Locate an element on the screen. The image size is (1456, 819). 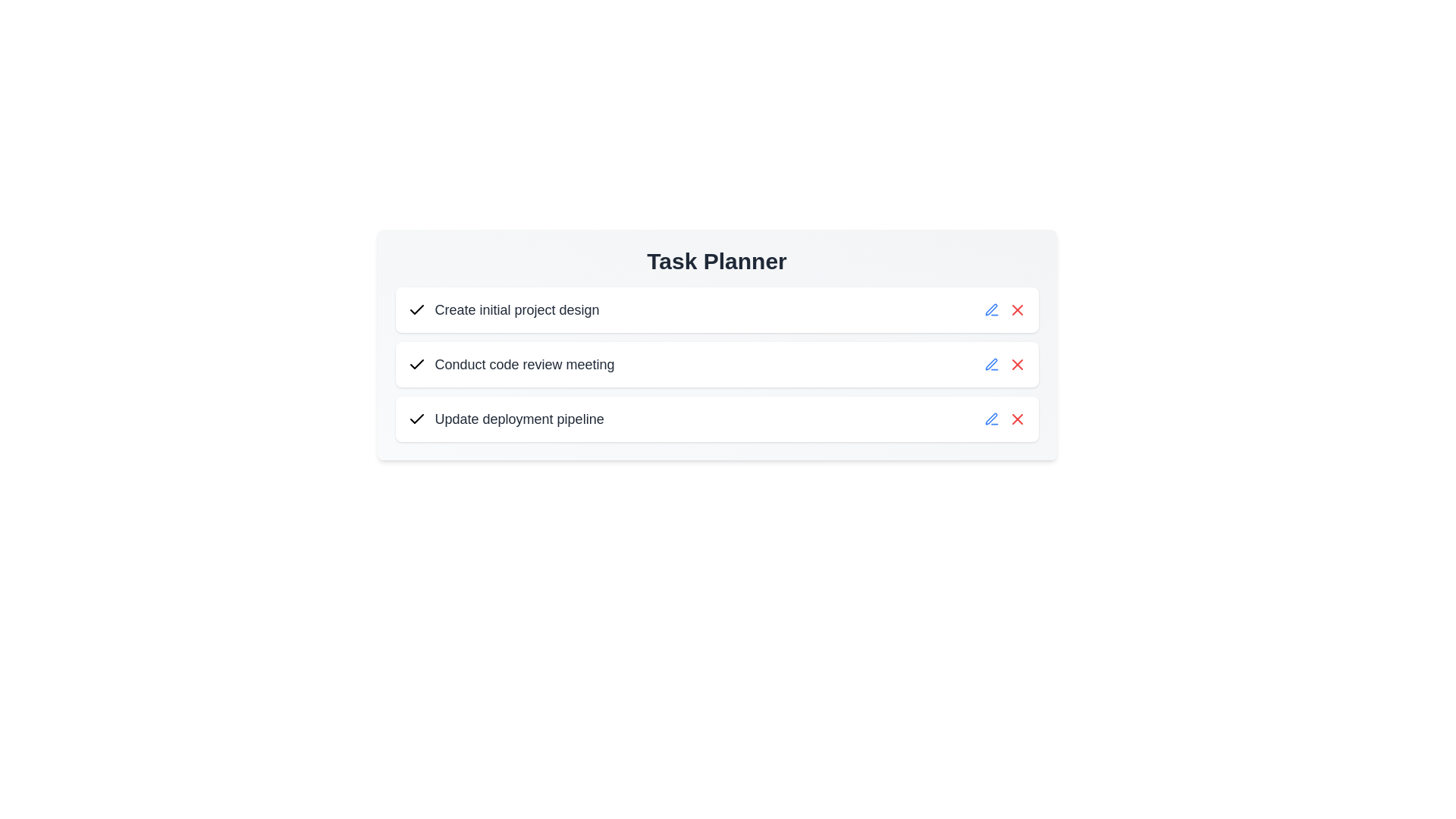
the text label displaying the title or description of the third task in the vertical list within the task management application is located at coordinates (506, 419).